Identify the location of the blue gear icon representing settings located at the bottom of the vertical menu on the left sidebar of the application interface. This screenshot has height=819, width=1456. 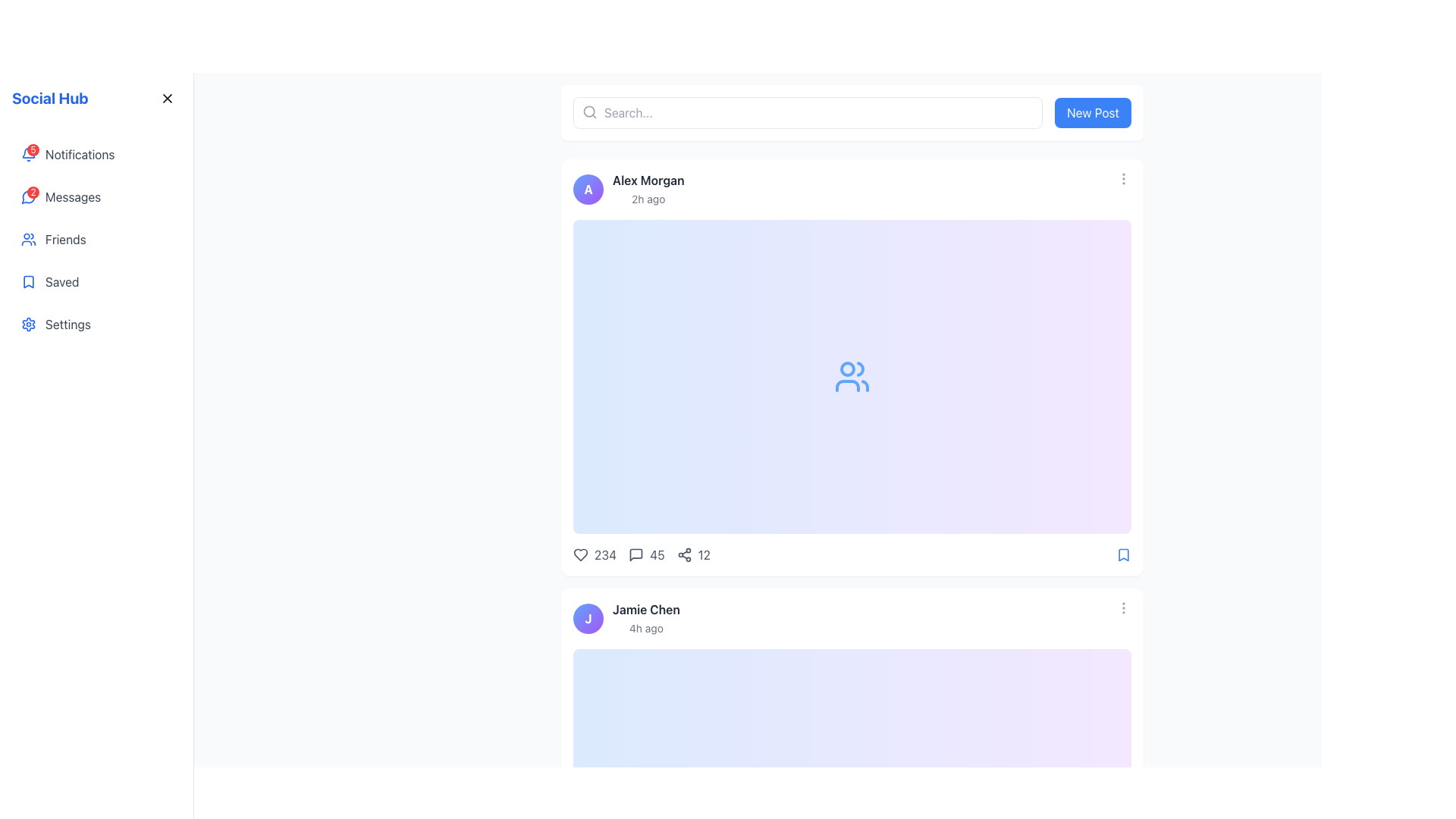
(29, 324).